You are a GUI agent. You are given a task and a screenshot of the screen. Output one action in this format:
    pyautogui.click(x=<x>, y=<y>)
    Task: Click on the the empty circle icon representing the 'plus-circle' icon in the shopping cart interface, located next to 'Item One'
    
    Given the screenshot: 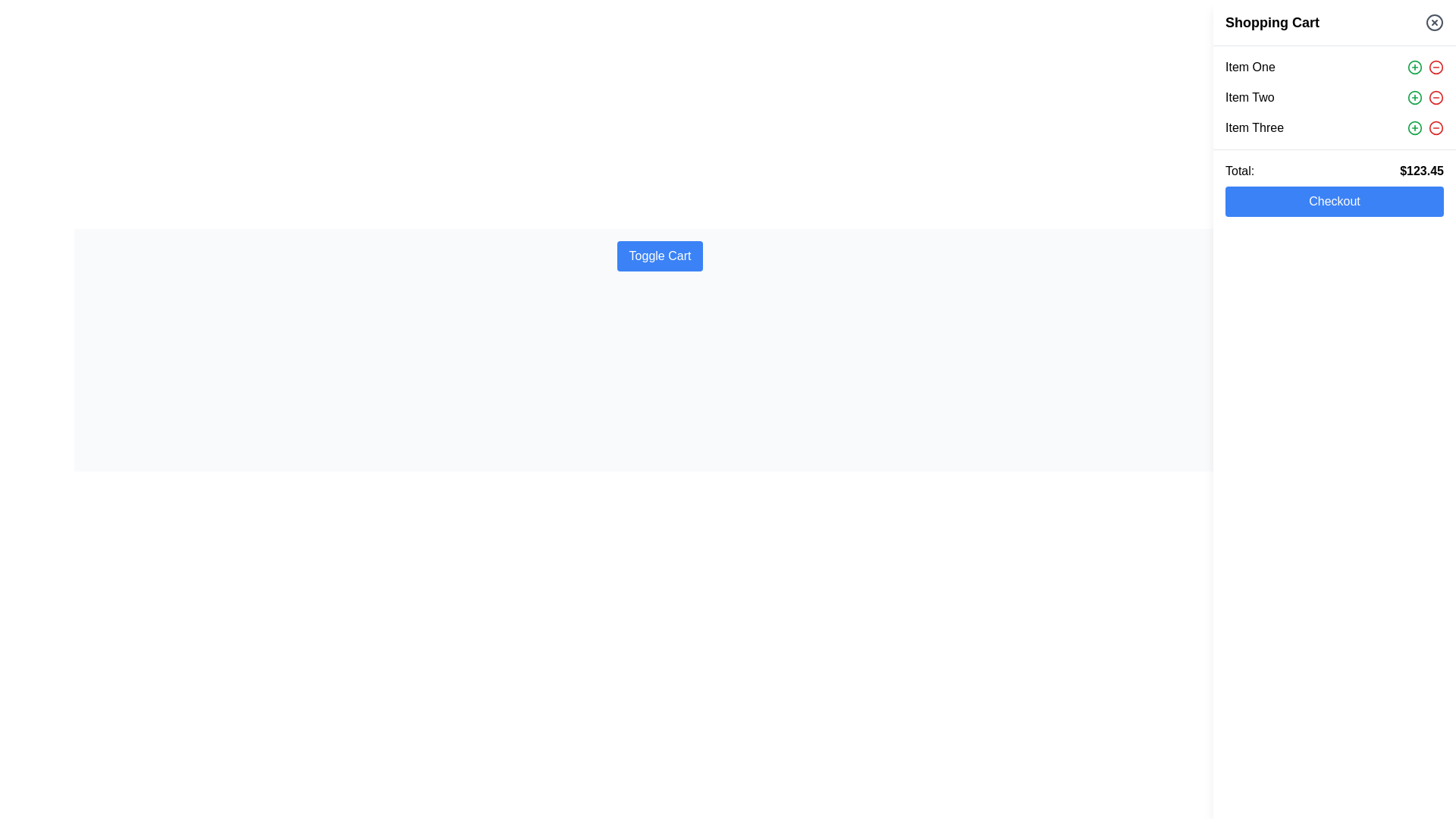 What is the action you would take?
    pyautogui.click(x=1414, y=66)
    